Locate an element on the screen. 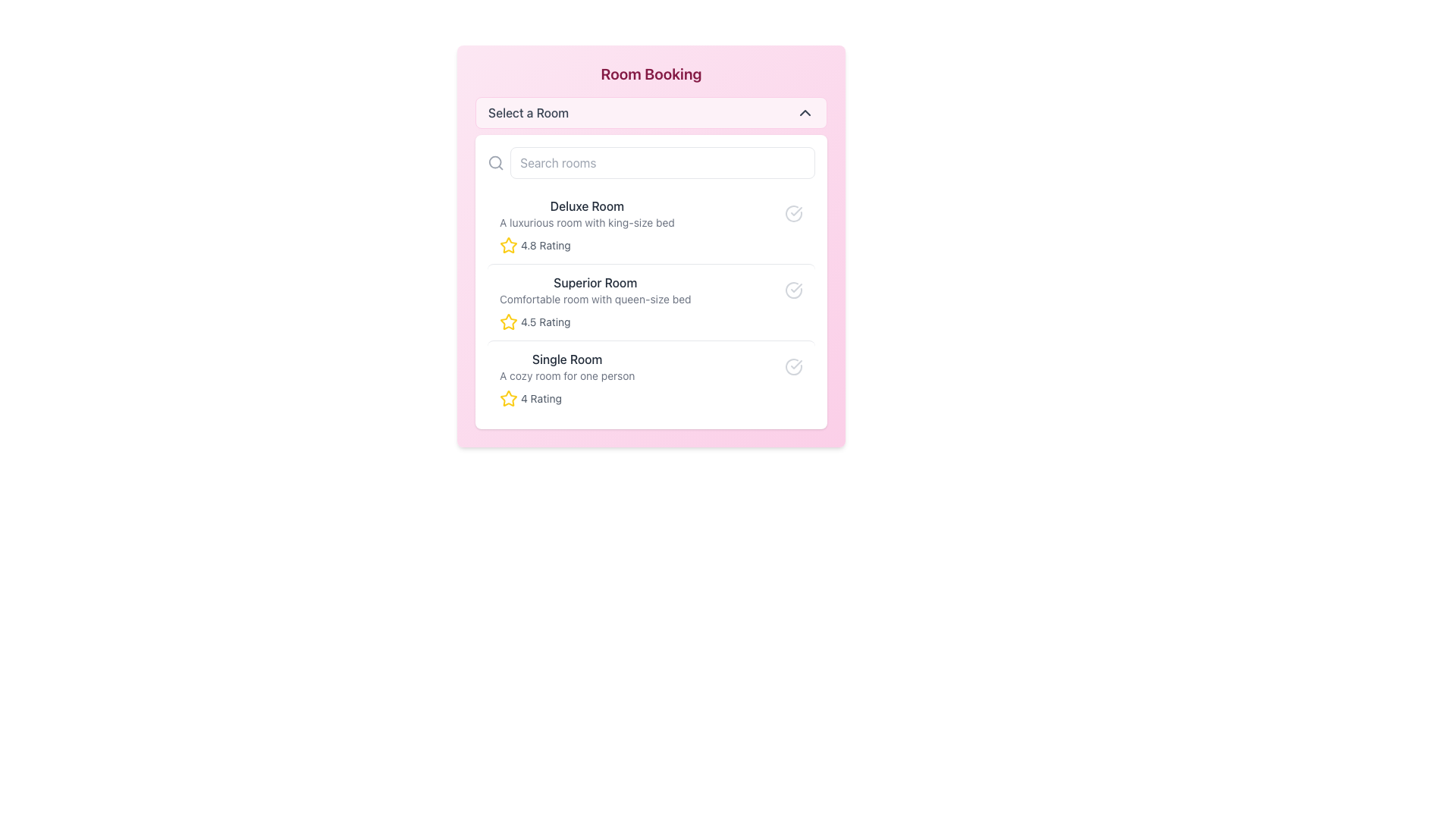 This screenshot has width=1456, height=819. descriptive text label element located directly beneath the 'Superior Room' title, which specifies the type of bed in the room is located at coordinates (595, 299).